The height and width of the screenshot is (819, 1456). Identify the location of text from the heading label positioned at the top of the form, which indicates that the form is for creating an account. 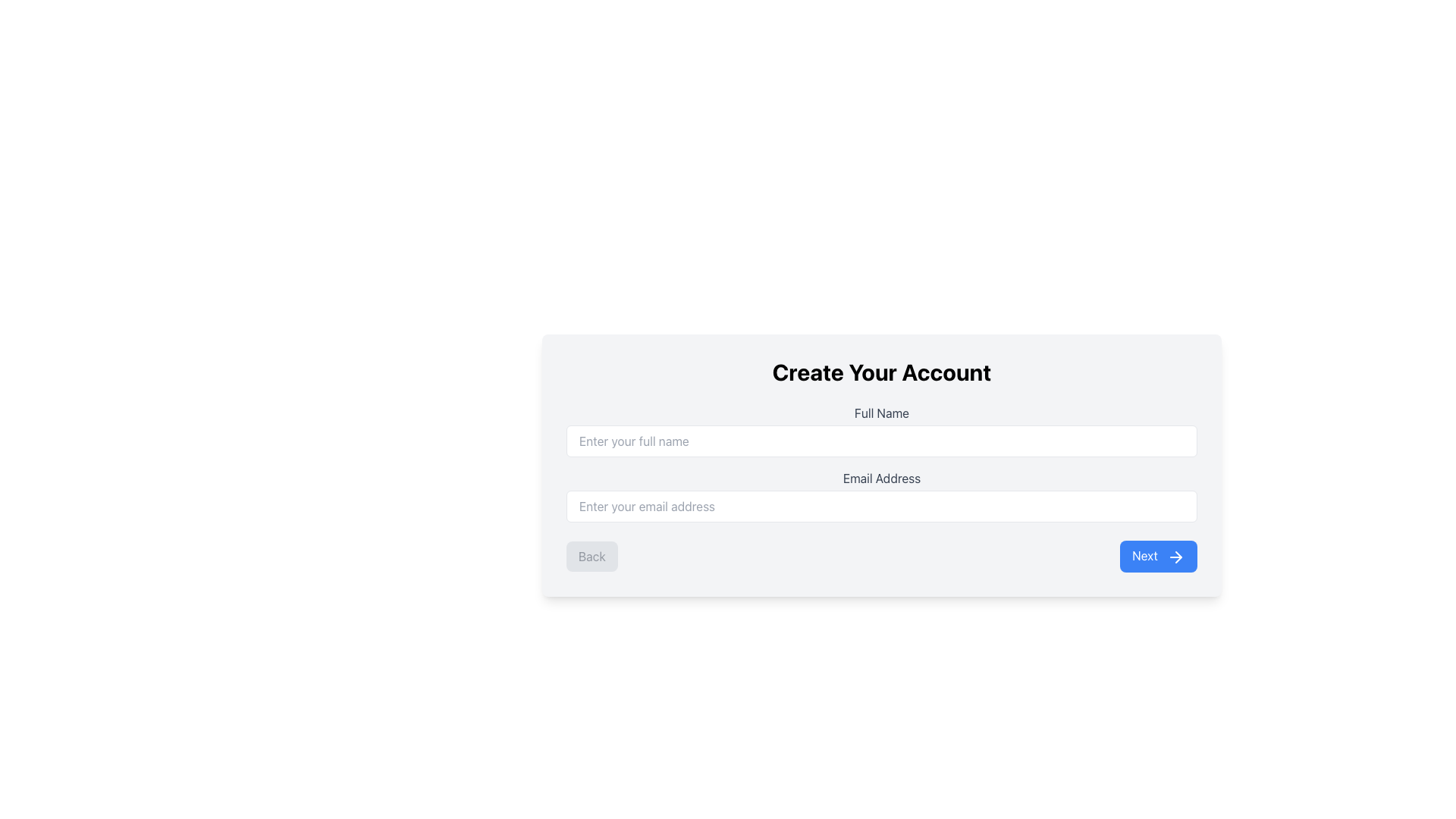
(881, 372).